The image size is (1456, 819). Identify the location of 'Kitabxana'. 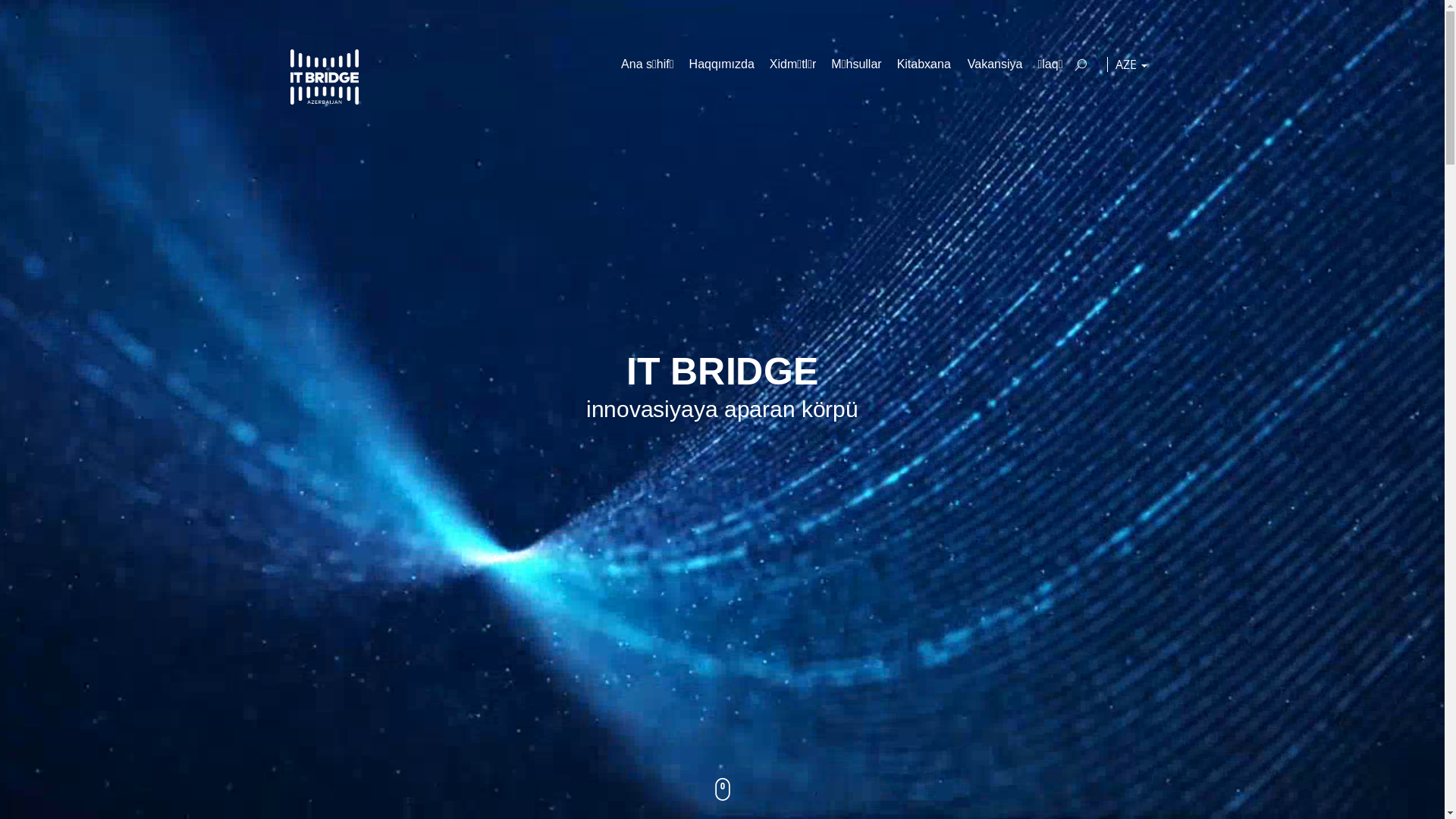
(924, 63).